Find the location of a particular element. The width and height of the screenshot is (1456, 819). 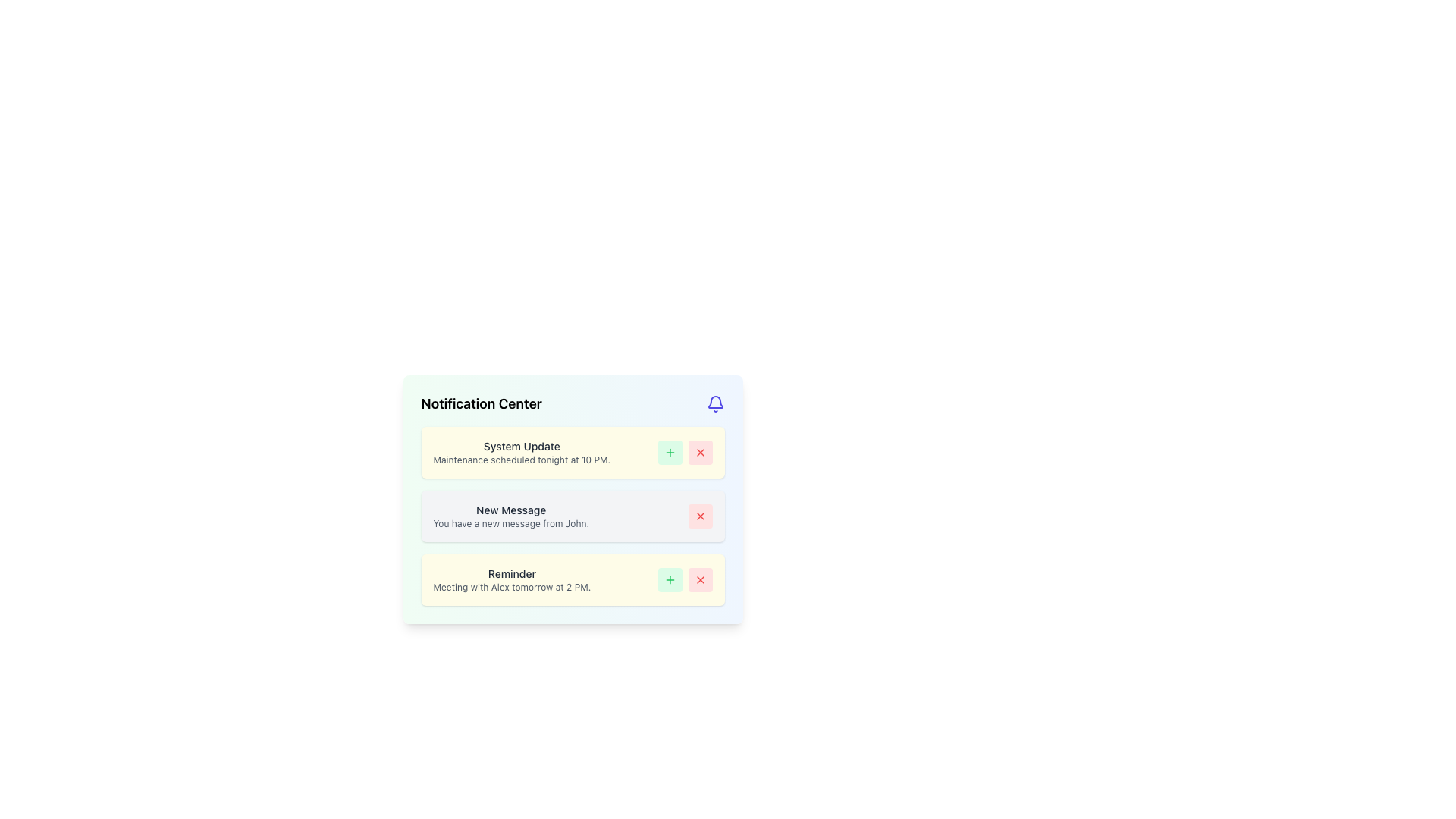

the close button located within the 'Reminder' notification card at the bottom of the list is located at coordinates (699, 579).